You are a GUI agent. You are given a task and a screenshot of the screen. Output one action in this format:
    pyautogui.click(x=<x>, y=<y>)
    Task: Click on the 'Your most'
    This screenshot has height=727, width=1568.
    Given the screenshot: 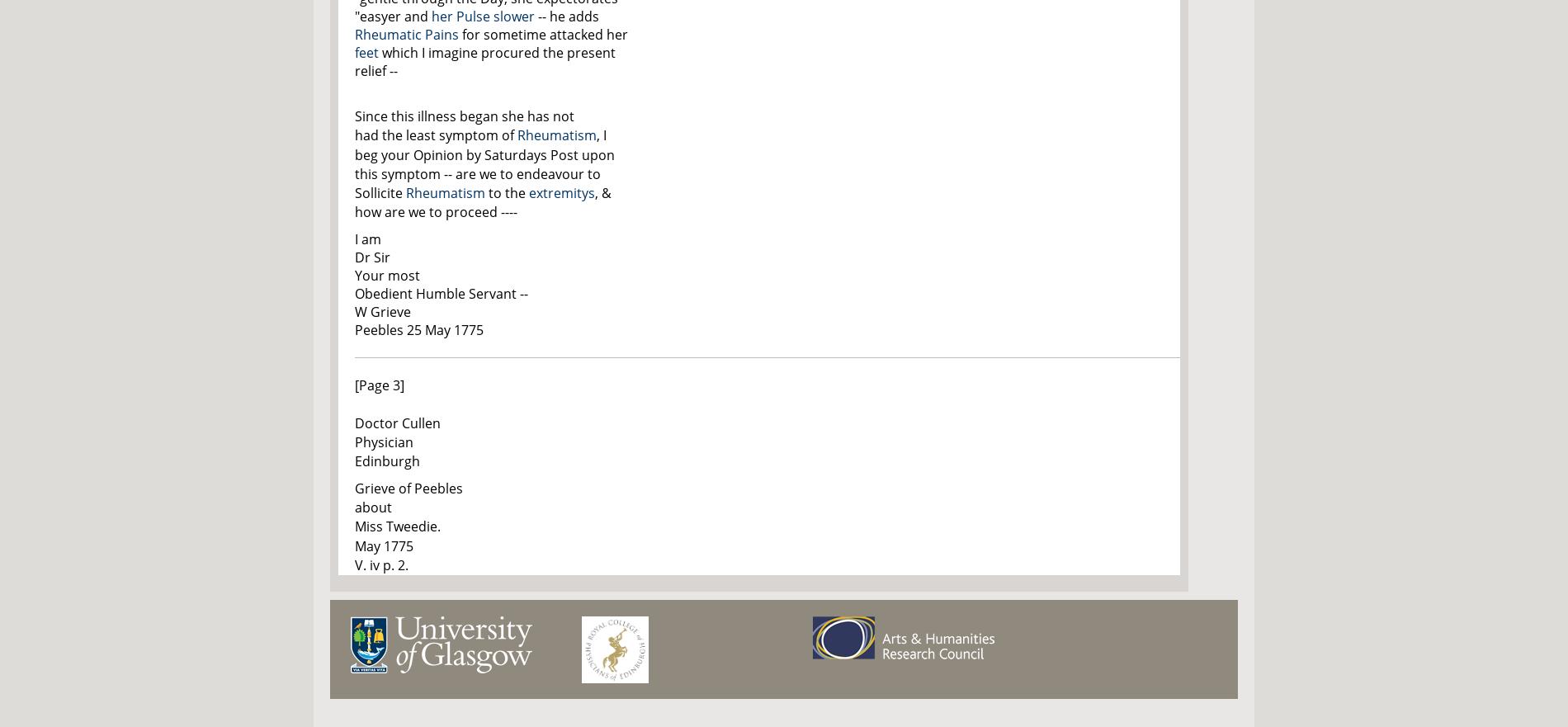 What is the action you would take?
    pyautogui.click(x=386, y=275)
    